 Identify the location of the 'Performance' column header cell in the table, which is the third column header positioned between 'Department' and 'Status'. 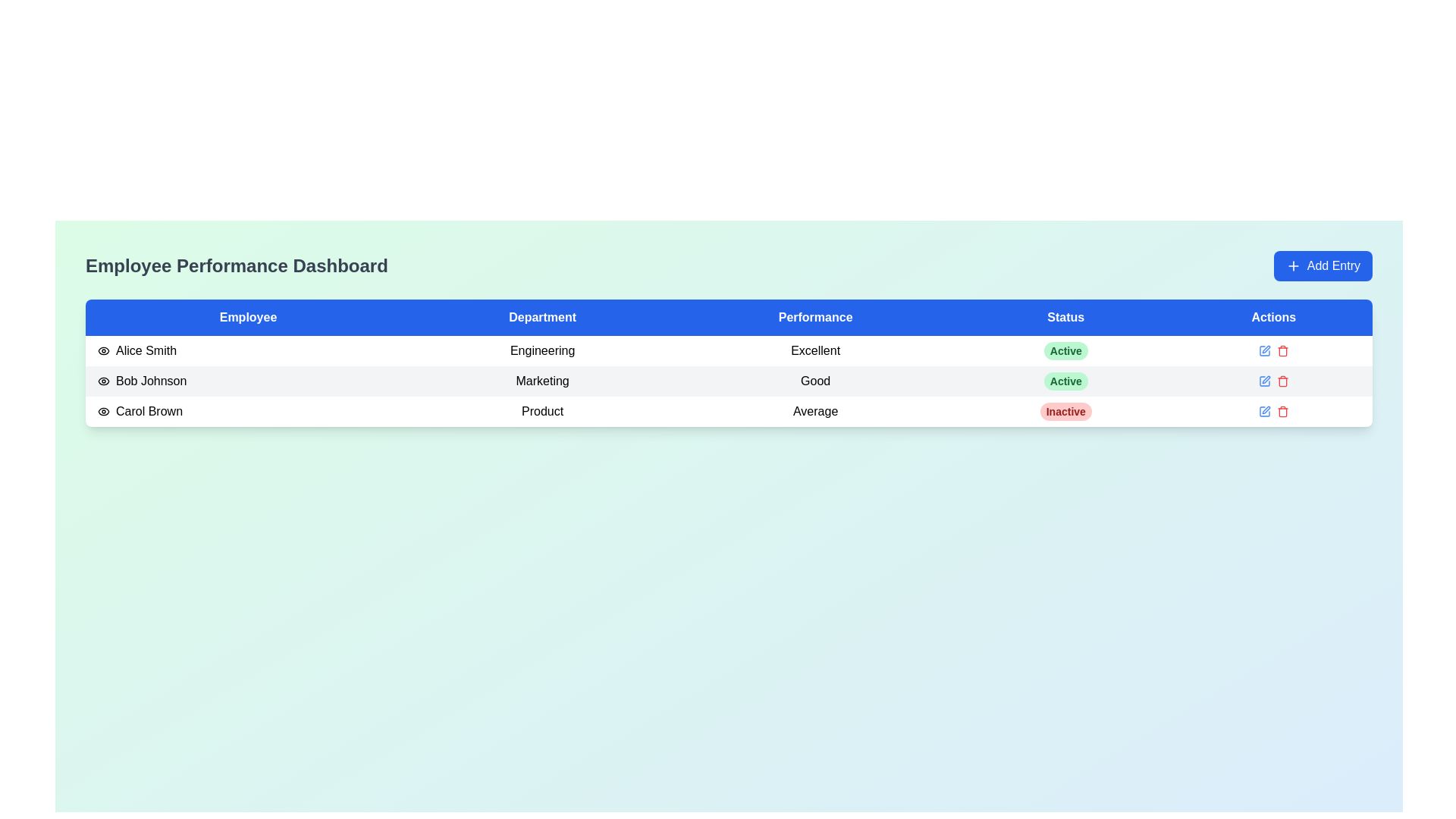
(814, 317).